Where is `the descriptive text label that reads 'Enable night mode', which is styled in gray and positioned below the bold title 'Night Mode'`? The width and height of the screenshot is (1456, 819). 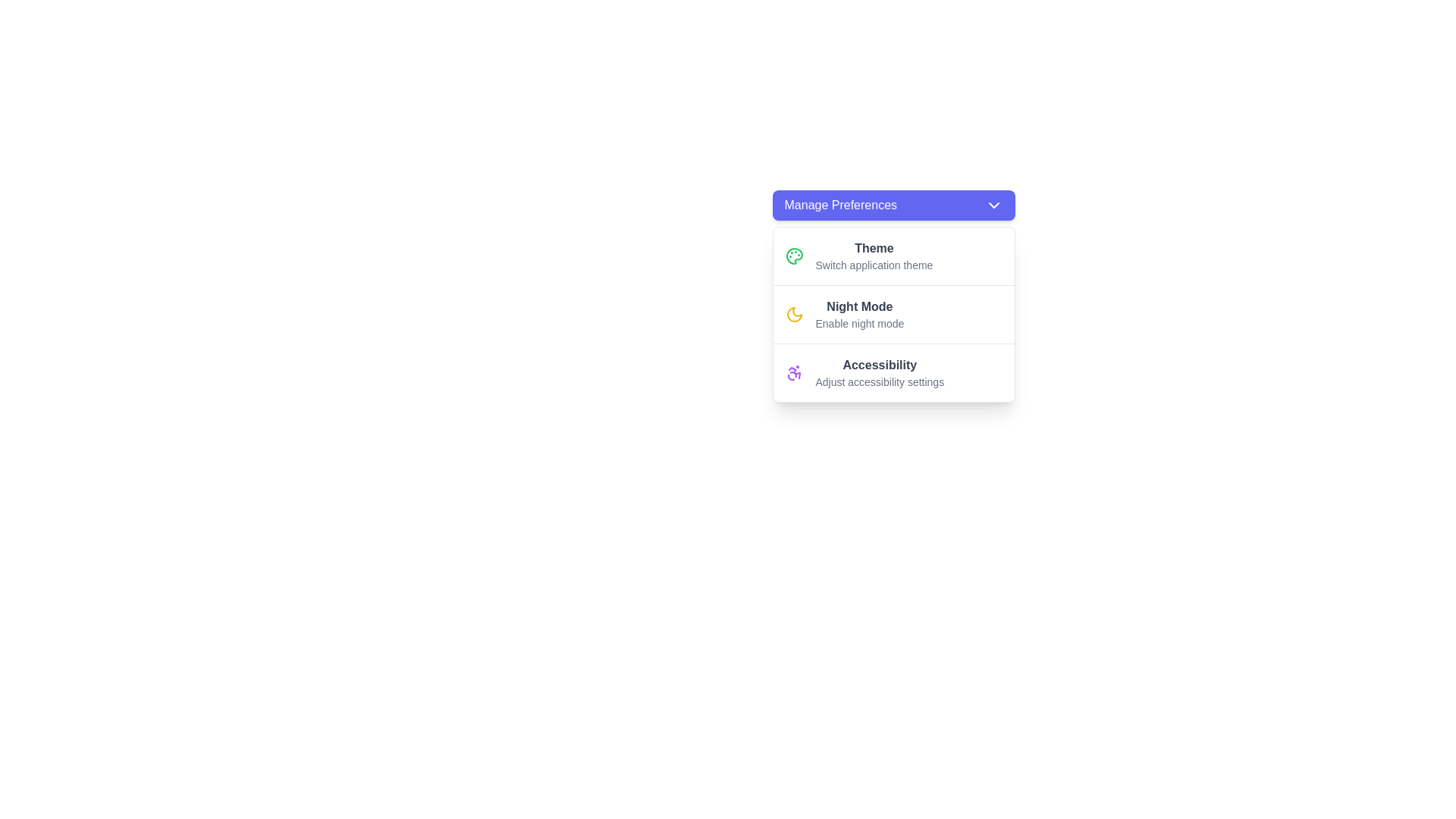 the descriptive text label that reads 'Enable night mode', which is styled in gray and positioned below the bold title 'Night Mode' is located at coordinates (859, 323).